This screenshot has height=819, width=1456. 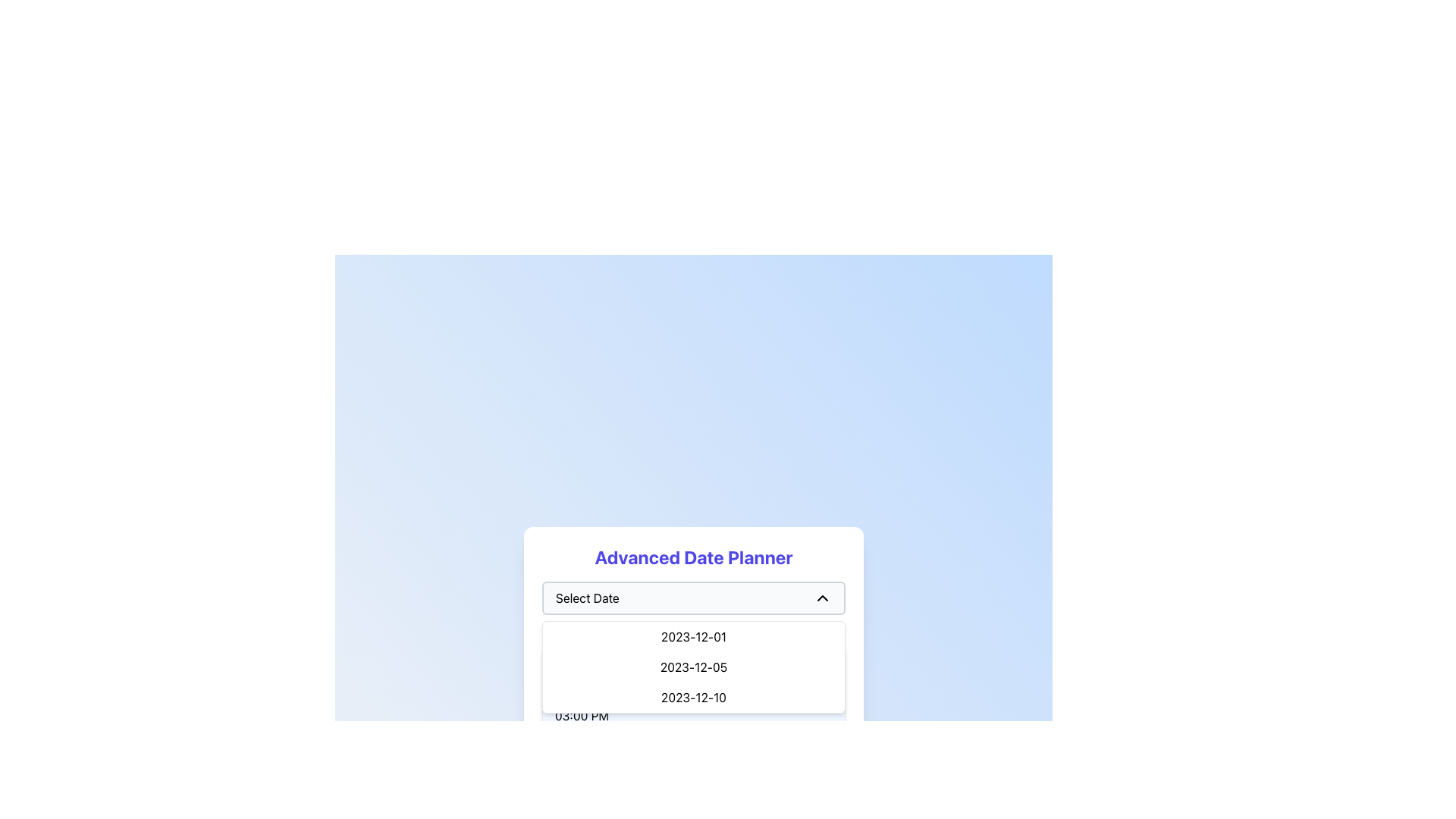 What do you see at coordinates (693, 637) in the screenshot?
I see `the dropdown menu item displaying the date '2023-12-01'` at bounding box center [693, 637].